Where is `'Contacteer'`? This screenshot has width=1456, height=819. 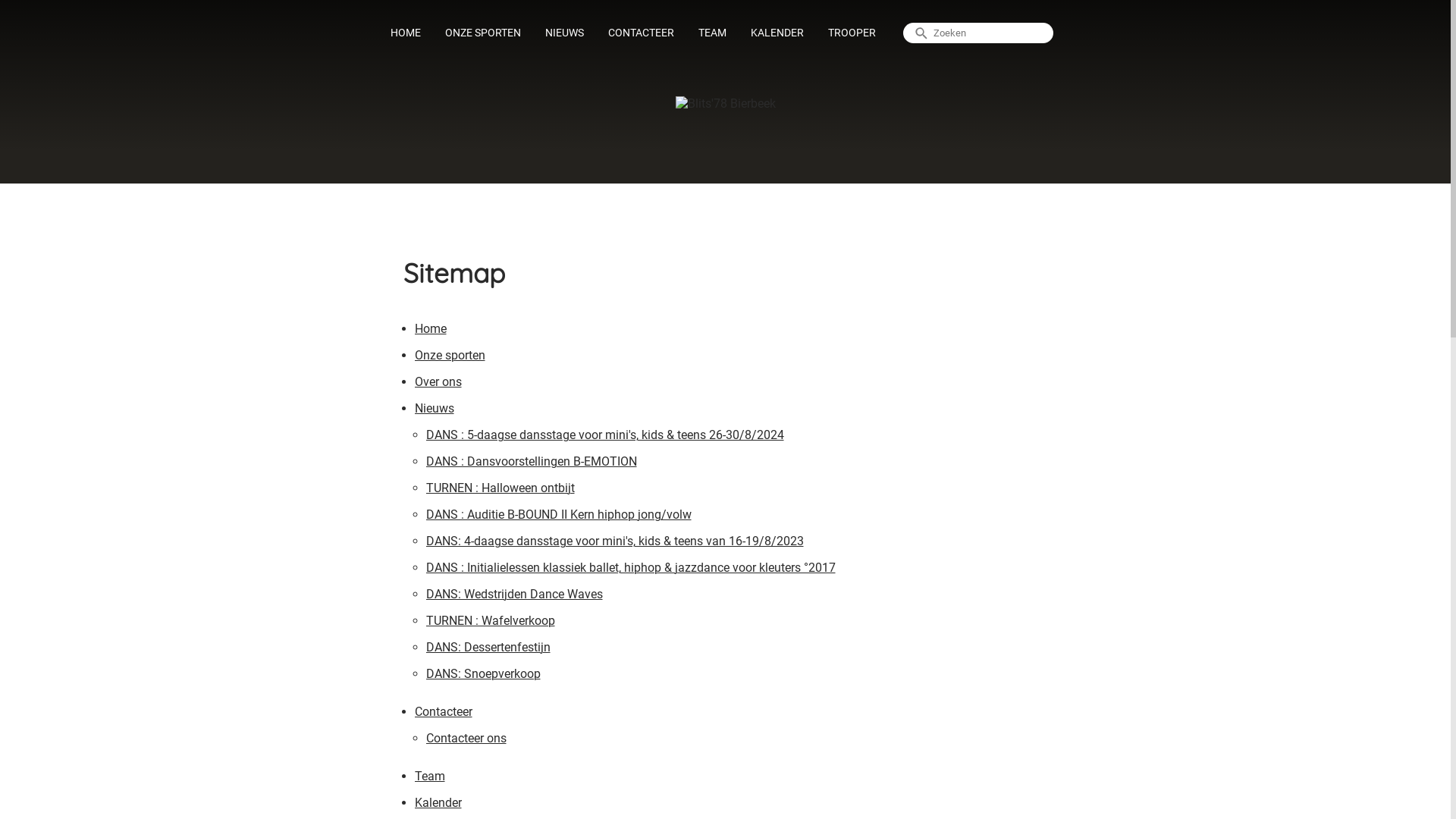
'Contacteer' is located at coordinates (442, 714).